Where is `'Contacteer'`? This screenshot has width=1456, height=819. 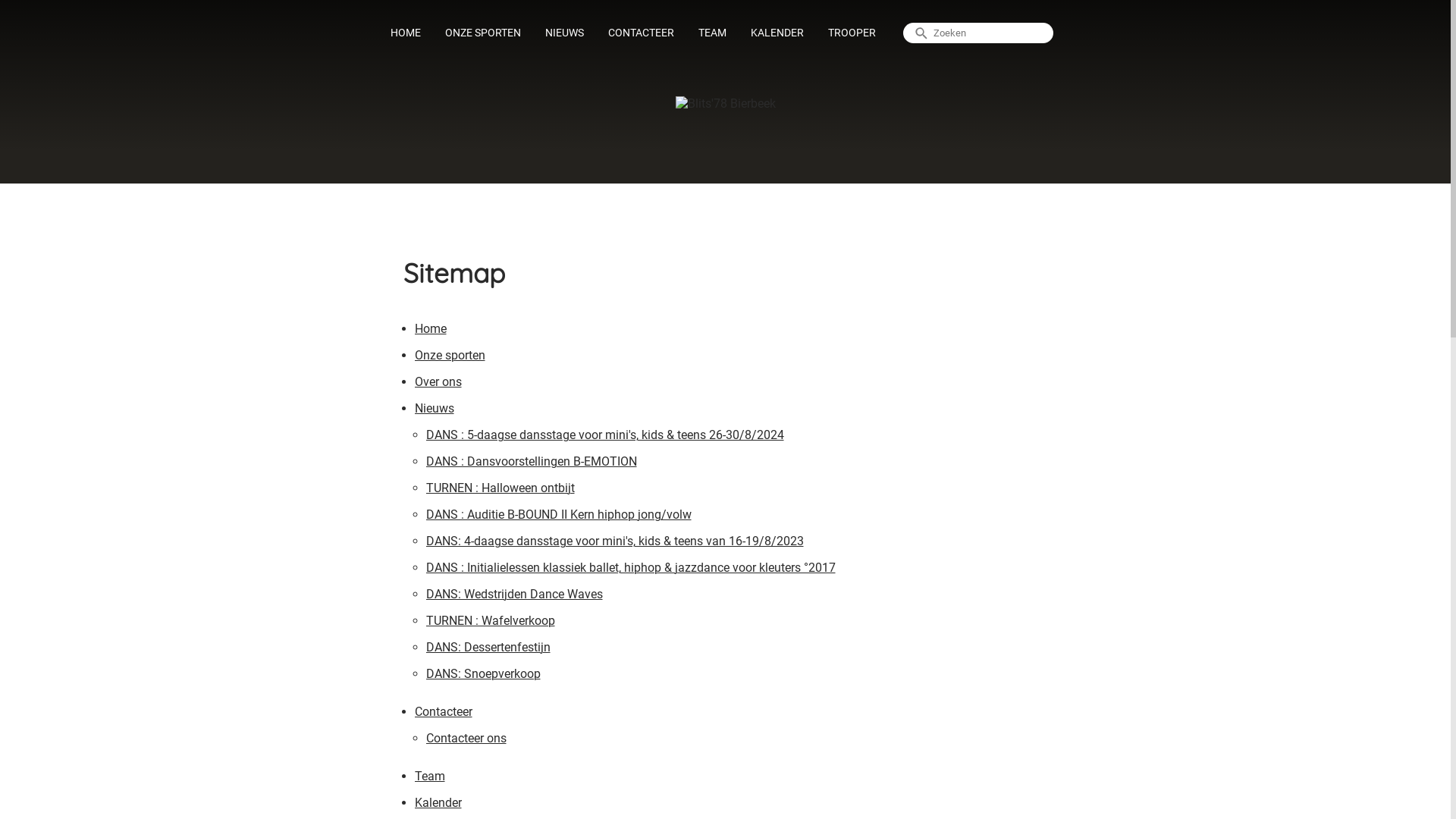
'Contacteer' is located at coordinates (442, 714).